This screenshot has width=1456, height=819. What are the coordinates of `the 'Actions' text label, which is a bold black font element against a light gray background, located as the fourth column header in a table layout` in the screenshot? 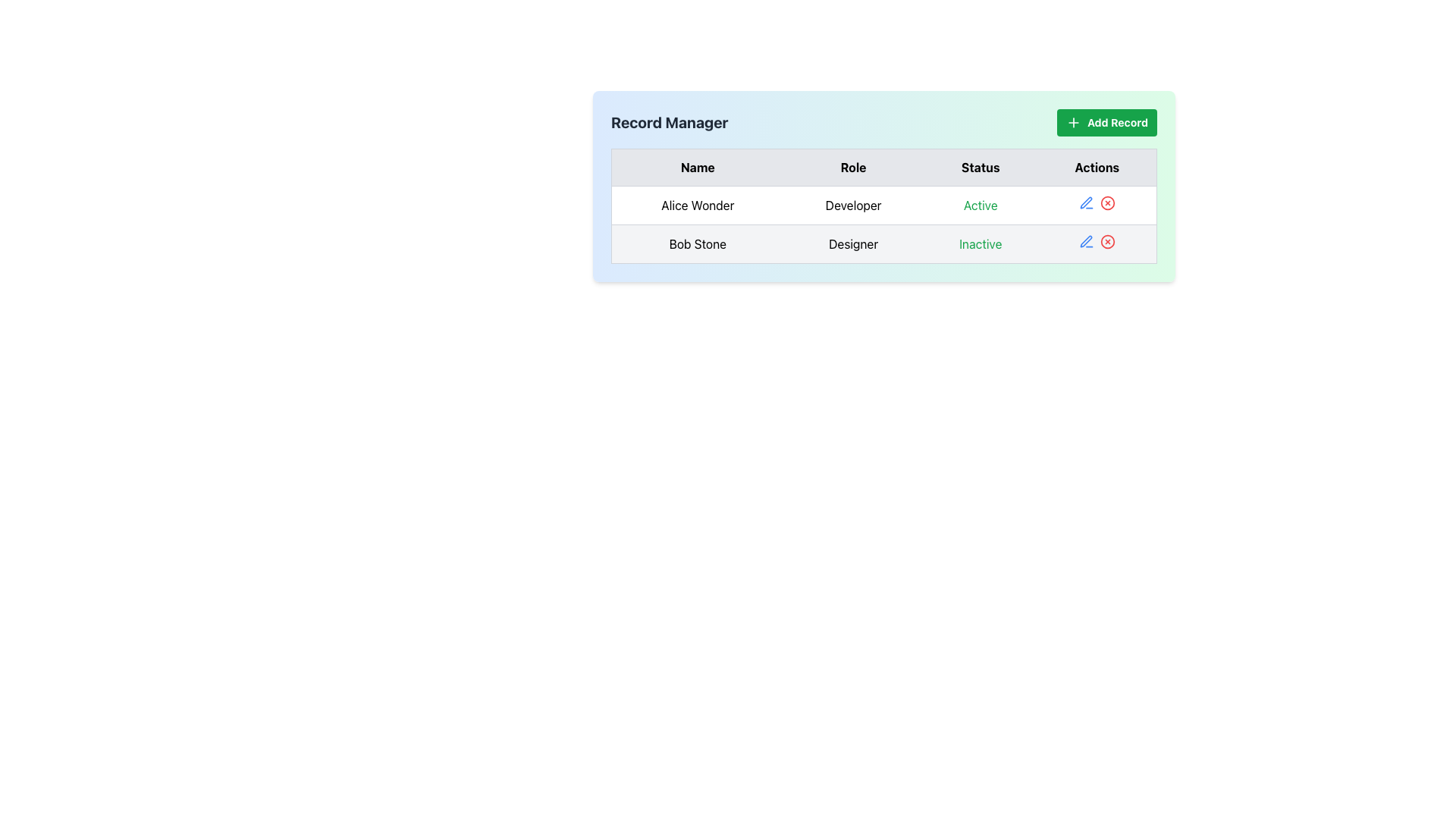 It's located at (1097, 167).